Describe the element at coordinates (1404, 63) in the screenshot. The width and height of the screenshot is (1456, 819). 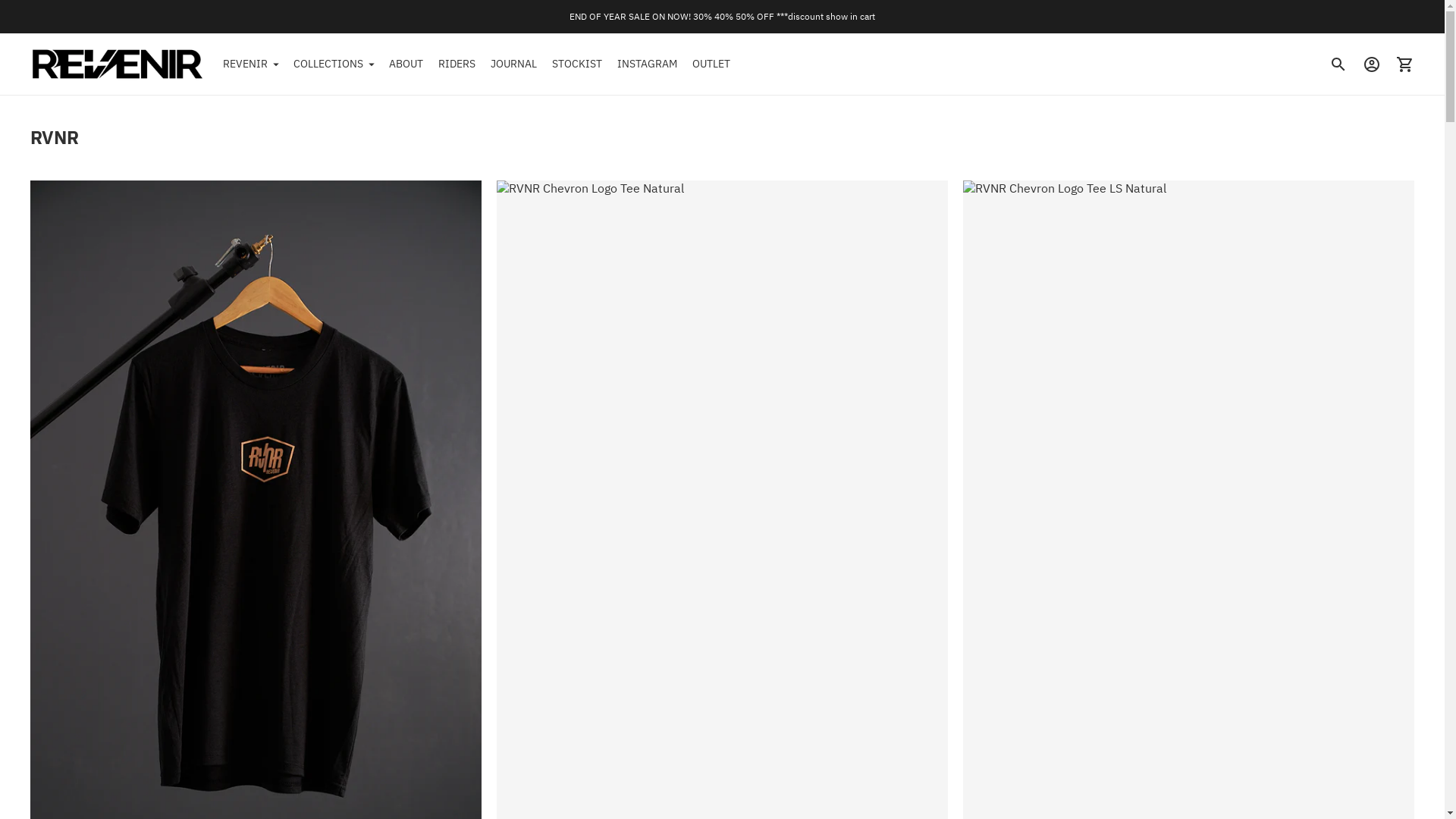
I see `'Cart'` at that location.